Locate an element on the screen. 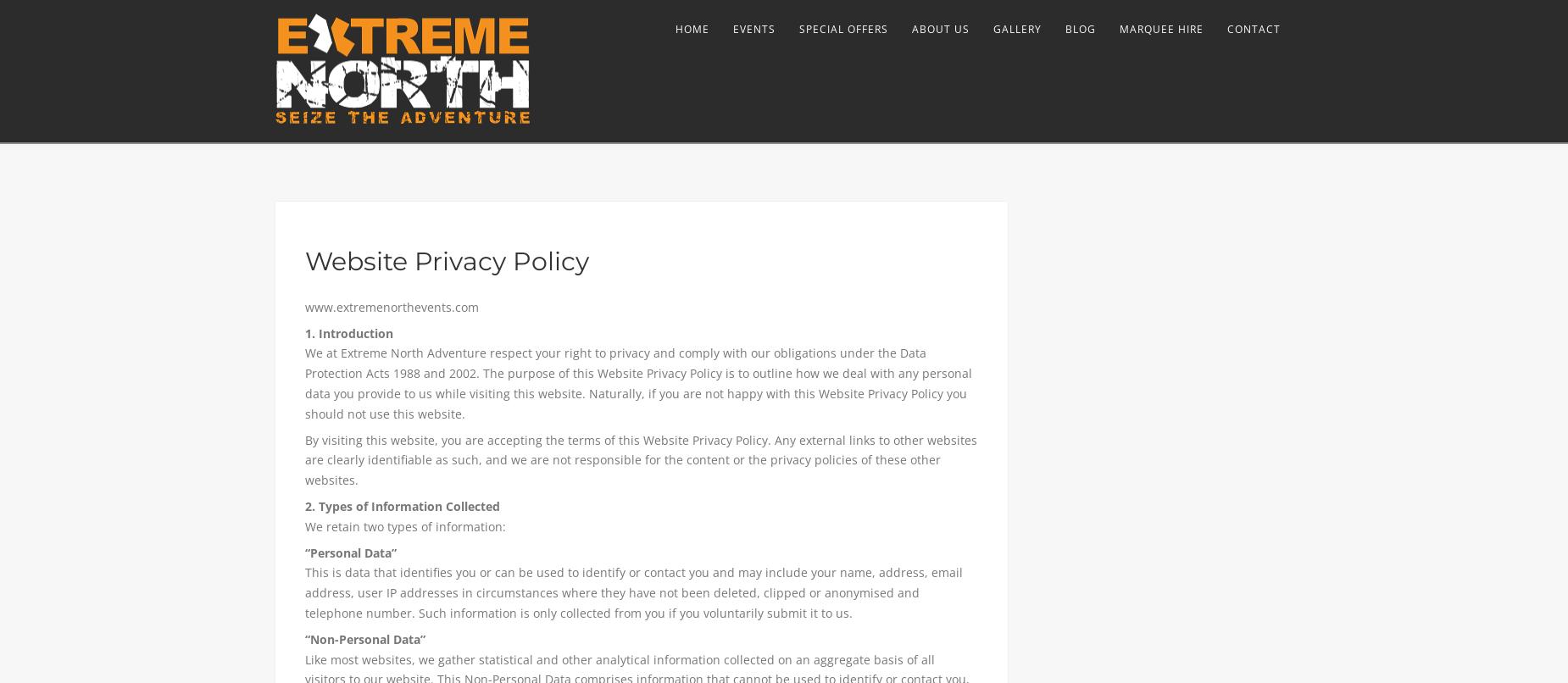  'By visiting this website, you are accepting the terms of this Website Privacy Policy. Any external links to other websites are clearly identifiable as such, and we are not responsible for the content or the privacy policies of these other websites.' is located at coordinates (303, 459).